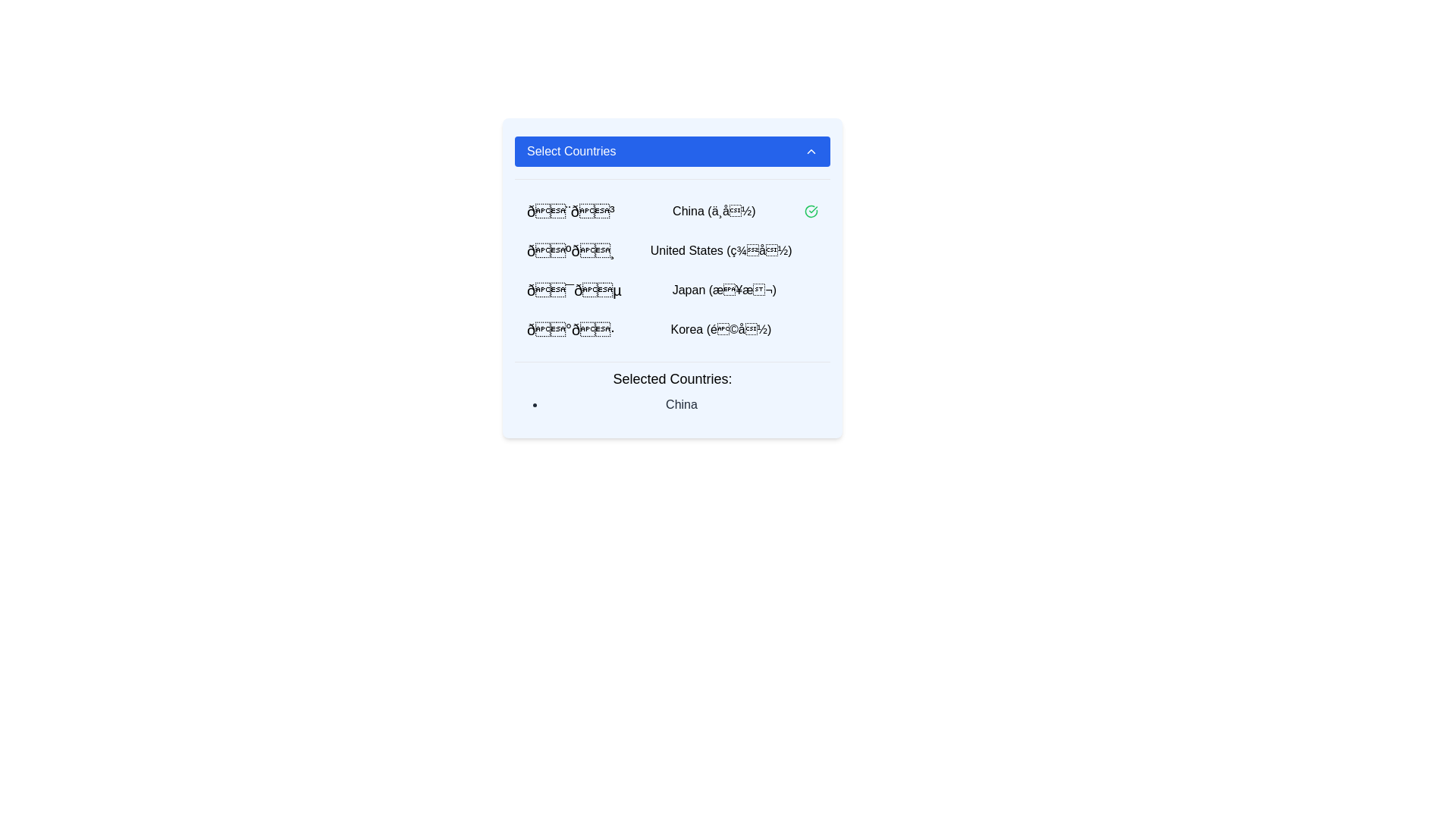 This screenshot has height=819, width=1456. What do you see at coordinates (672, 390) in the screenshot?
I see `the informational text block displaying the selected countries, which includes 'China' in its bullet point list, to read the text` at bounding box center [672, 390].